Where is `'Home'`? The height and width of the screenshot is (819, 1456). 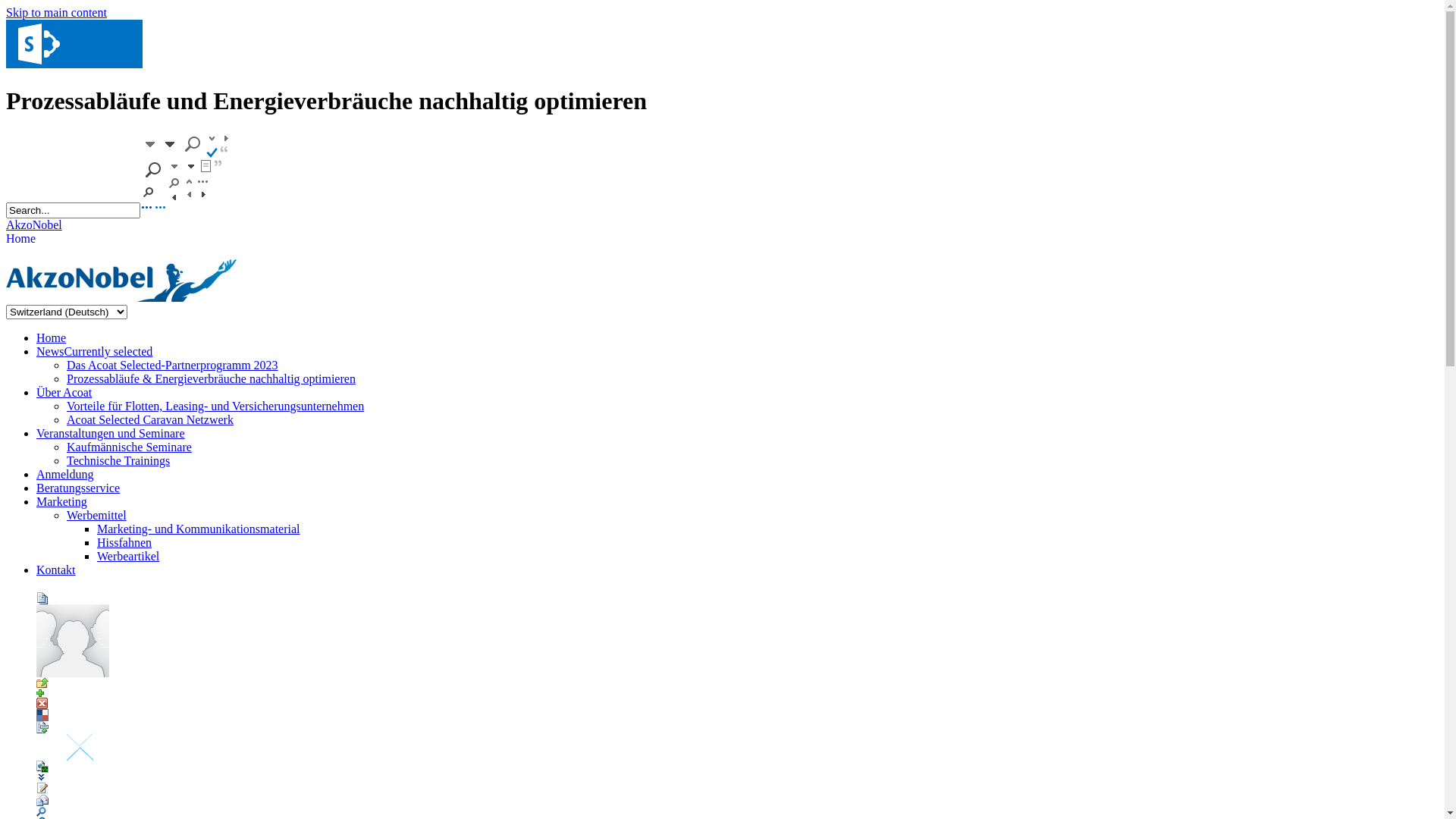
'Home' is located at coordinates (20, 239).